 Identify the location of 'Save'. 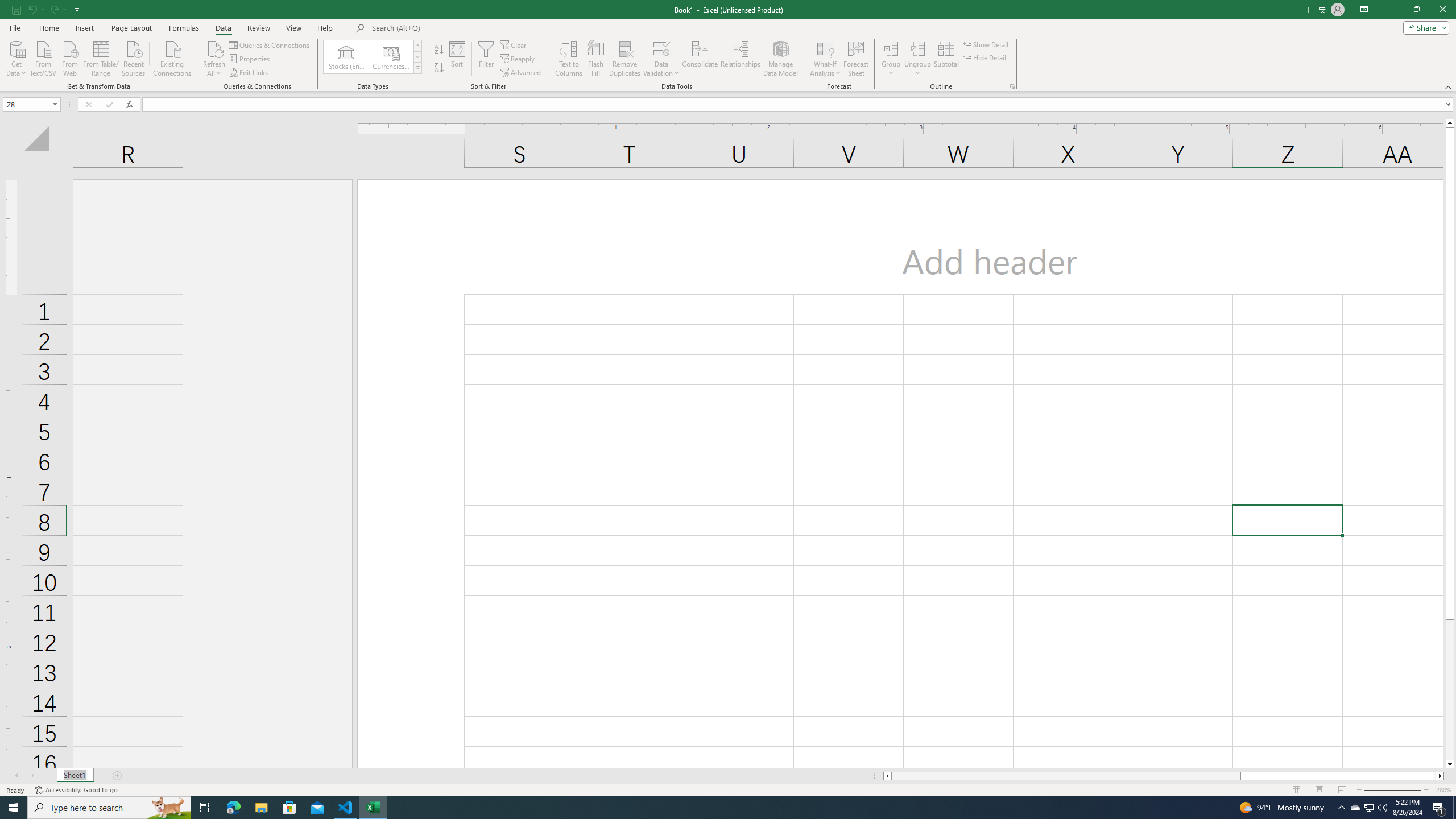
(16, 9).